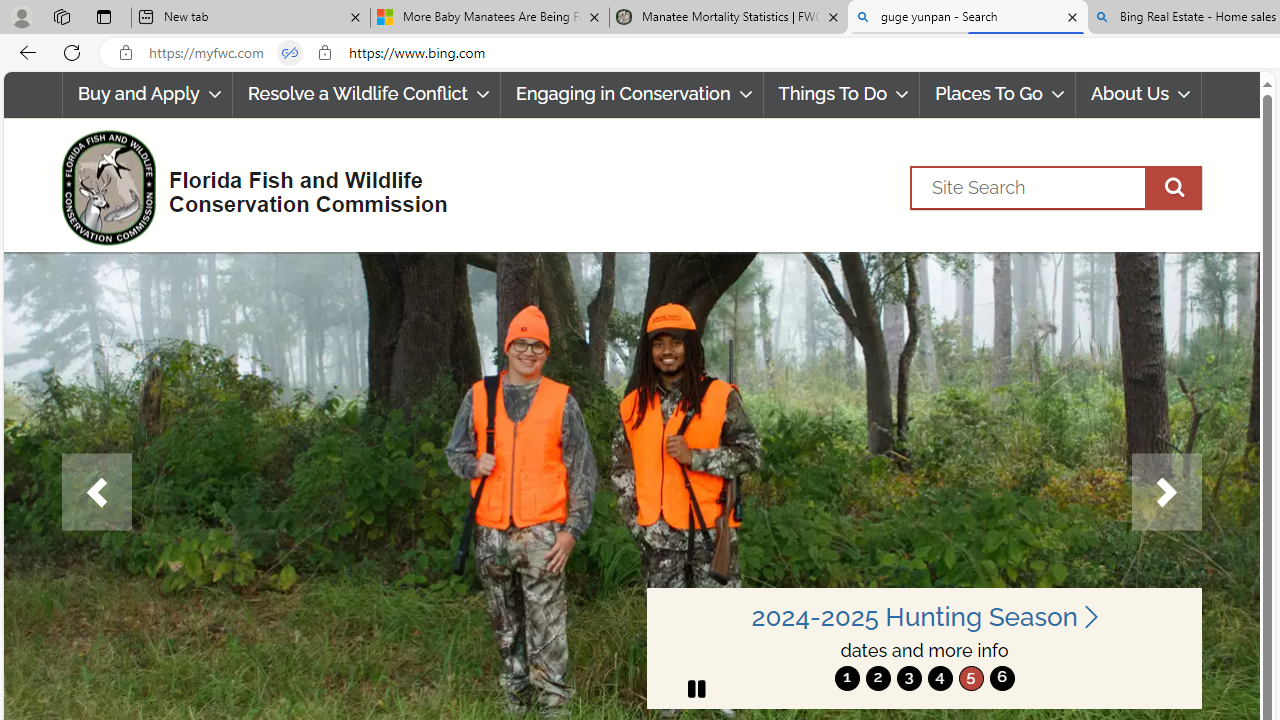  I want to click on 'About Us', so click(1139, 94).